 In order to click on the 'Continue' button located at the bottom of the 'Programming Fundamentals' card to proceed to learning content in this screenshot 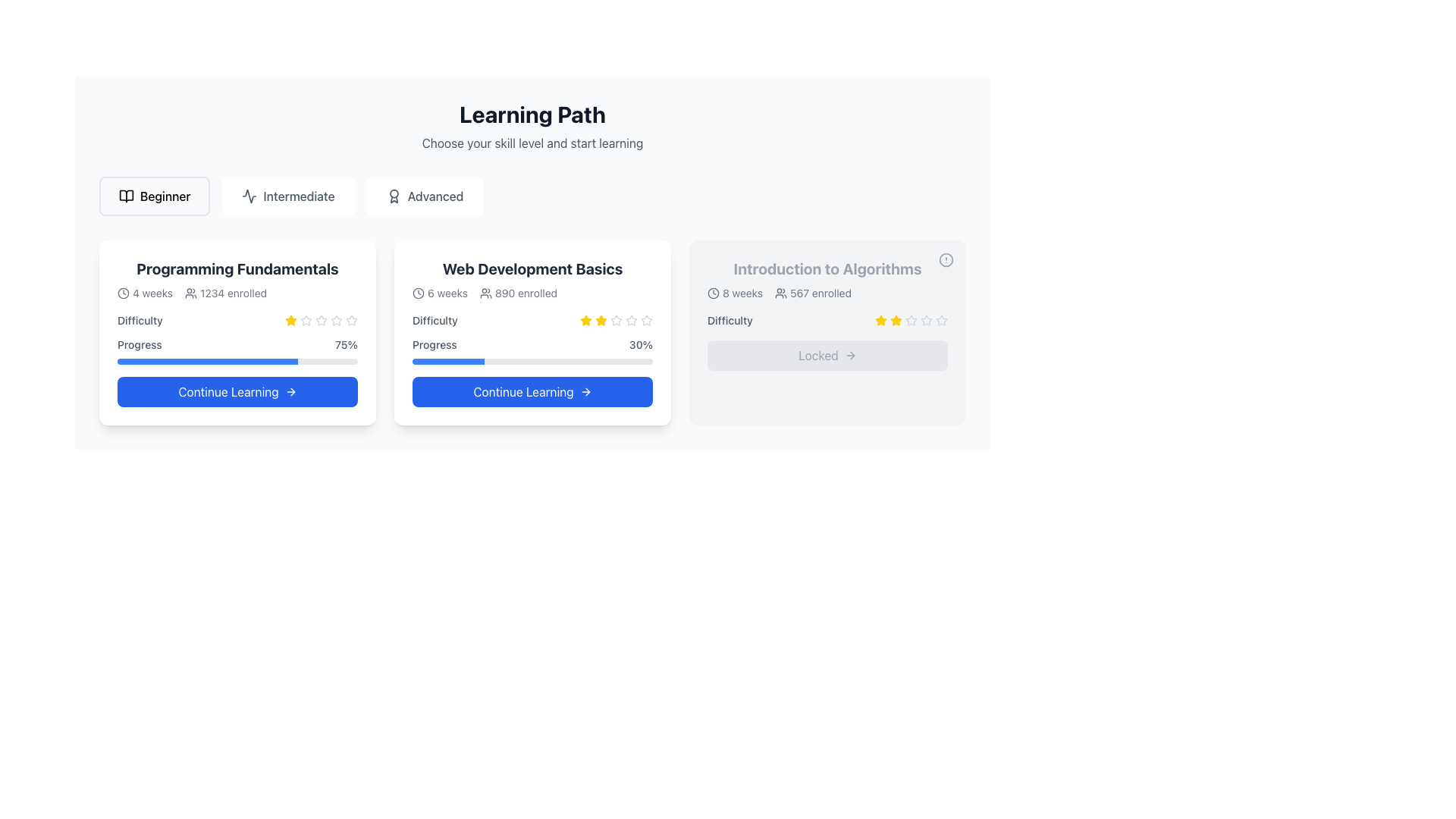, I will do `click(237, 391)`.